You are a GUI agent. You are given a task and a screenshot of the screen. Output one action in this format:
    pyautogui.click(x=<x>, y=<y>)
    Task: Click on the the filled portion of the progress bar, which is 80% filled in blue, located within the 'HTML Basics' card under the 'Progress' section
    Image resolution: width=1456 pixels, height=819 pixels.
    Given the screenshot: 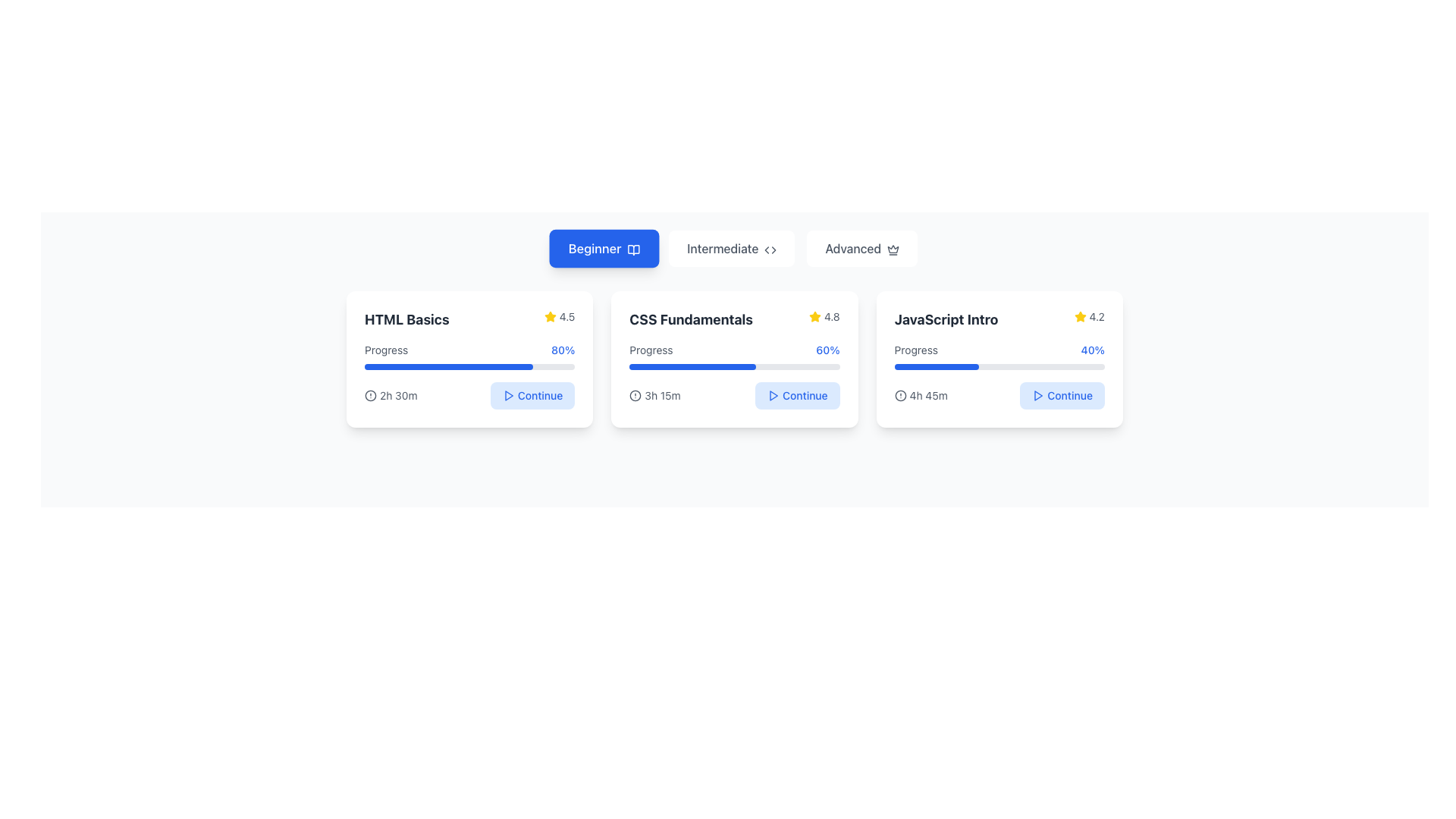 What is the action you would take?
    pyautogui.click(x=447, y=366)
    